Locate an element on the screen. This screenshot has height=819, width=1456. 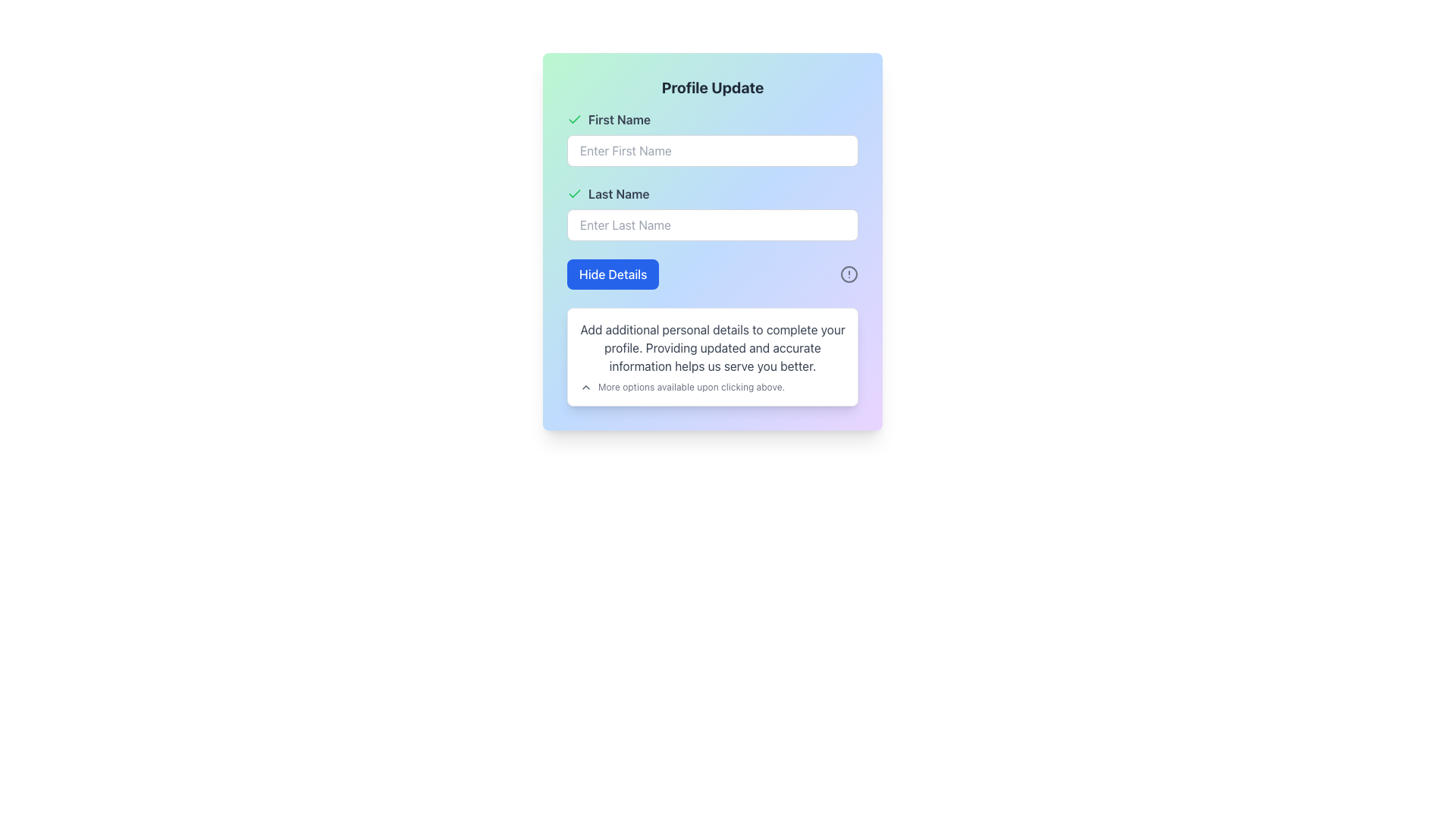
text block indicating 'More options available upon clicking above.' which is accompanied by an upward-pointing chevron icon, located in the lower section of a white card for profile updates is located at coordinates (712, 386).